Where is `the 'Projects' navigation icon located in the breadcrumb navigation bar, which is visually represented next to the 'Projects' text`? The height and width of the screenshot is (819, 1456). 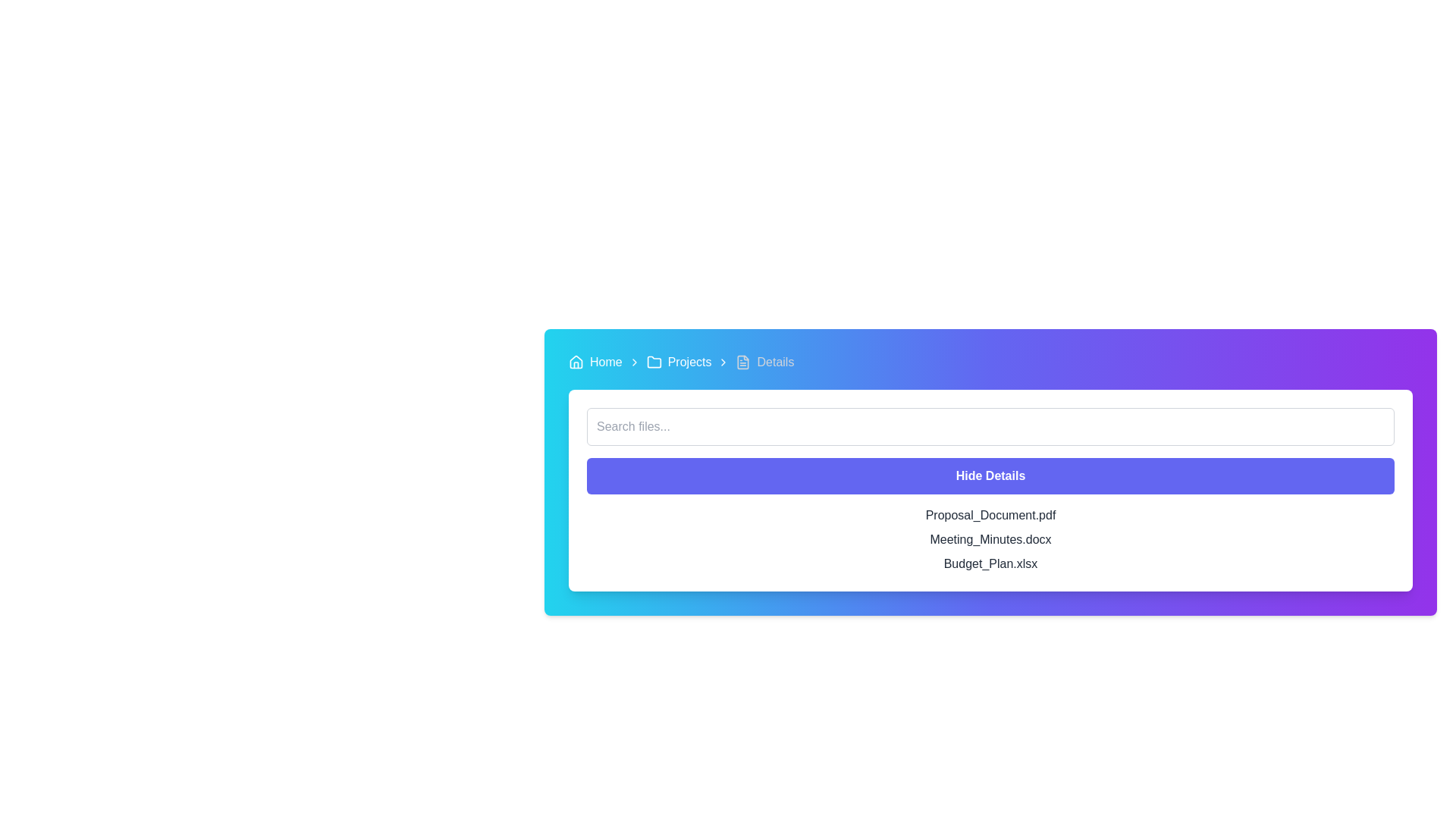 the 'Projects' navigation icon located in the breadcrumb navigation bar, which is visually represented next to the 'Projects' text is located at coordinates (654, 362).